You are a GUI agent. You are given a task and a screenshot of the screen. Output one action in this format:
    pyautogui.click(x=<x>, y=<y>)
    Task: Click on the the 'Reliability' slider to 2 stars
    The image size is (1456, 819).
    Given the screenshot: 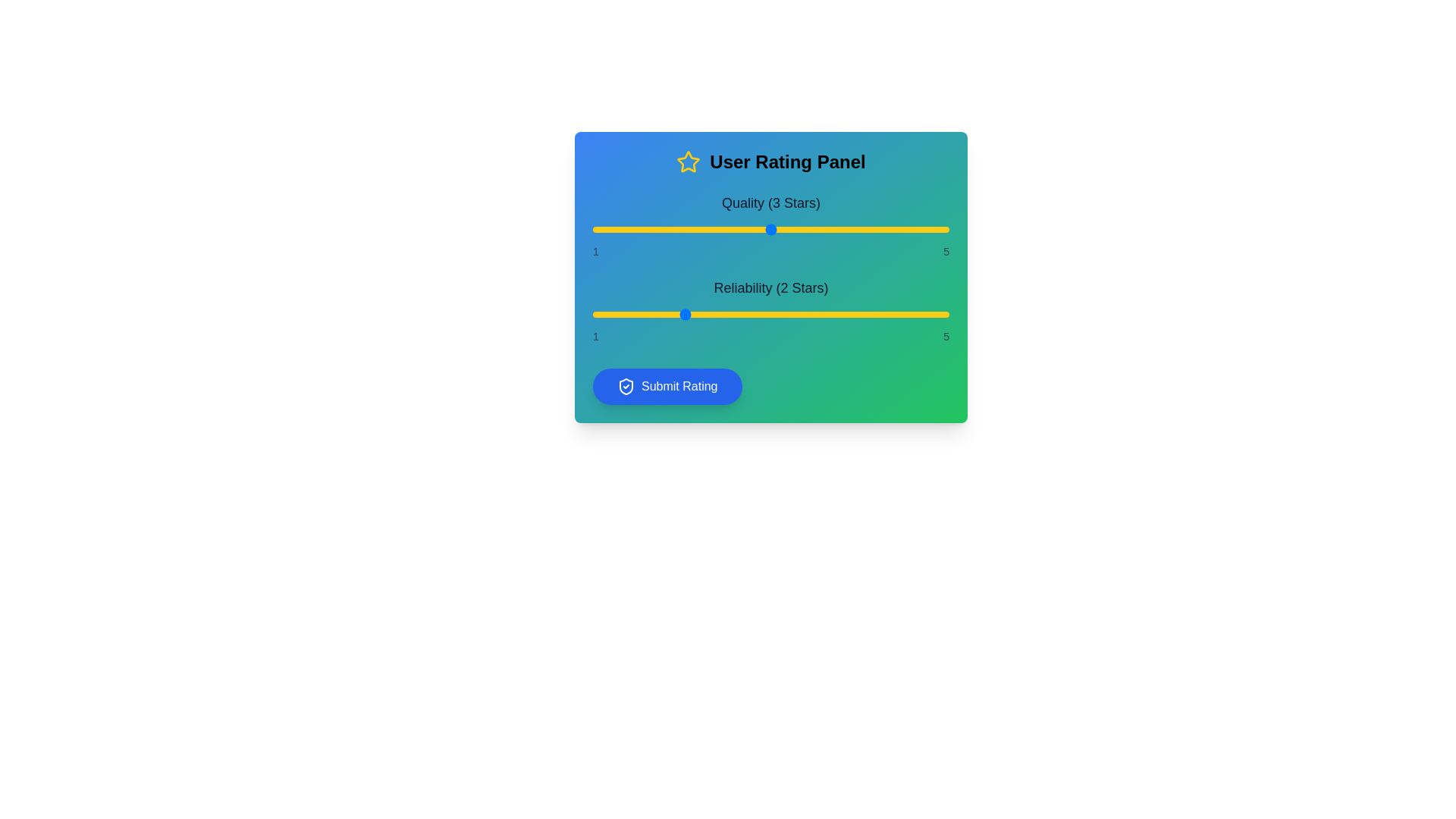 What is the action you would take?
    pyautogui.click(x=681, y=314)
    